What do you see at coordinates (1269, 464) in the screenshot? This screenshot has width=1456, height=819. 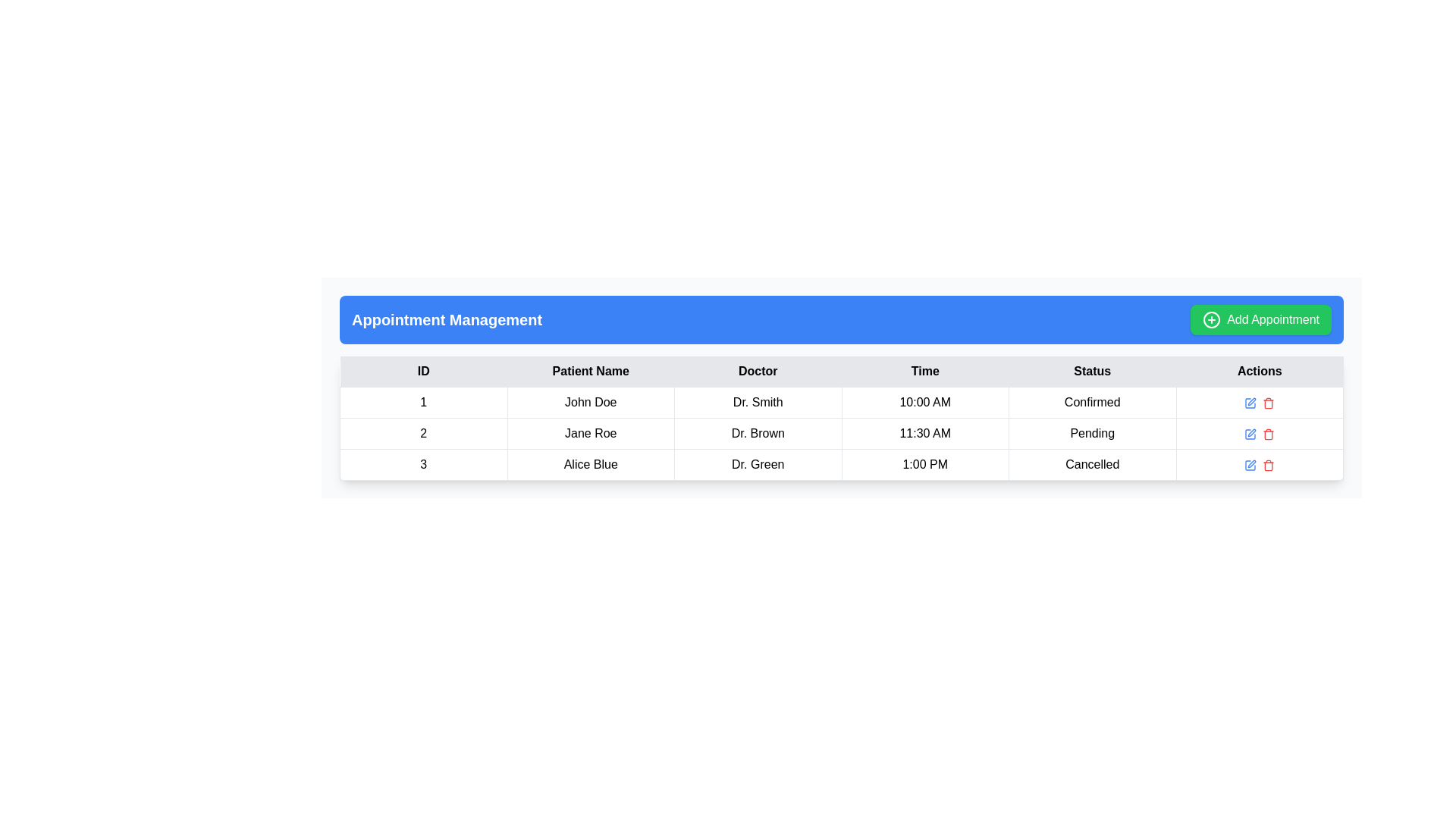 I see `the icon button located at the far right of the third row under the 'Actions' column` at bounding box center [1269, 464].